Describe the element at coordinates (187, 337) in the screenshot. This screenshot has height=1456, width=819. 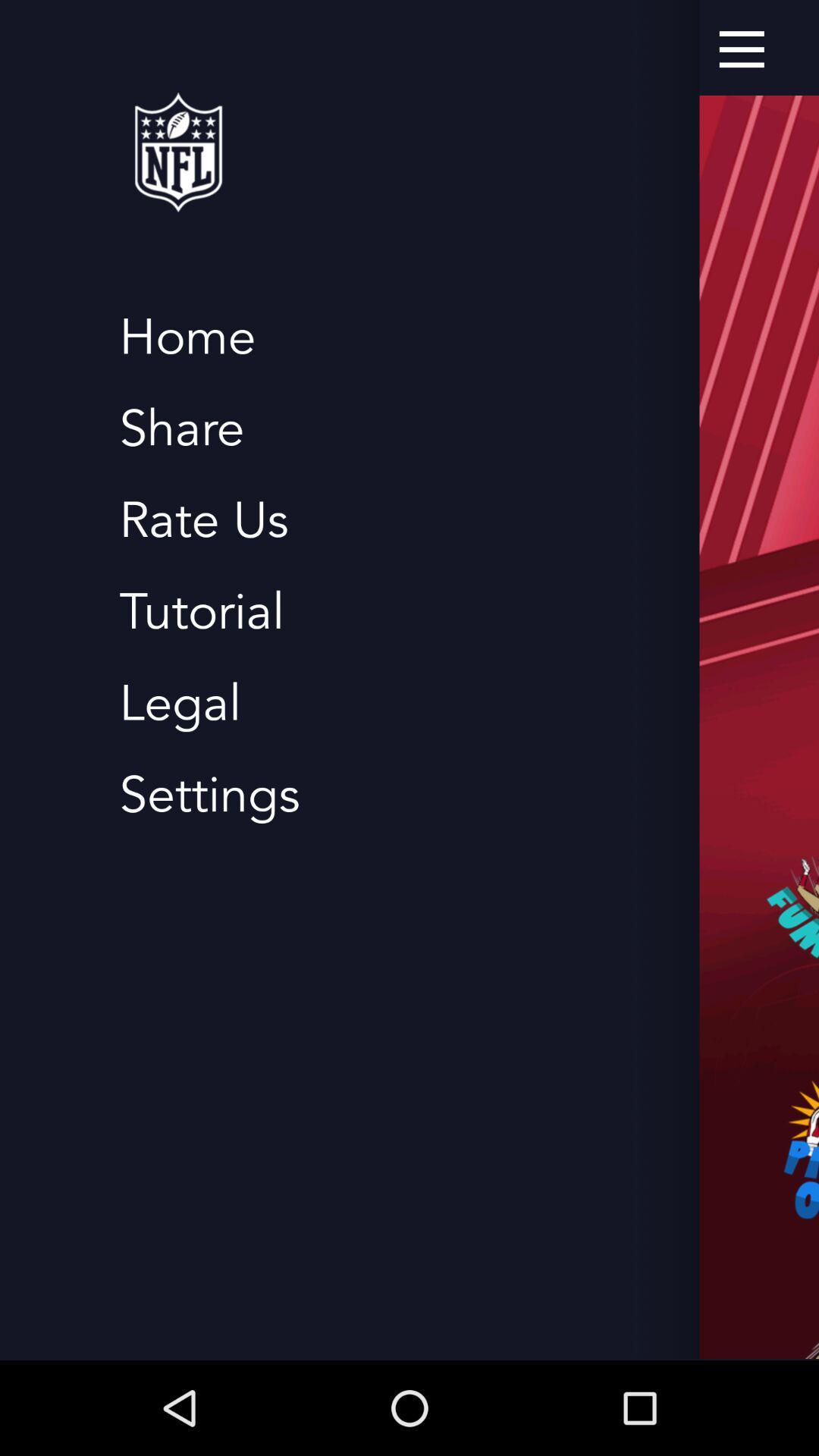
I see `the app above the share icon` at that location.